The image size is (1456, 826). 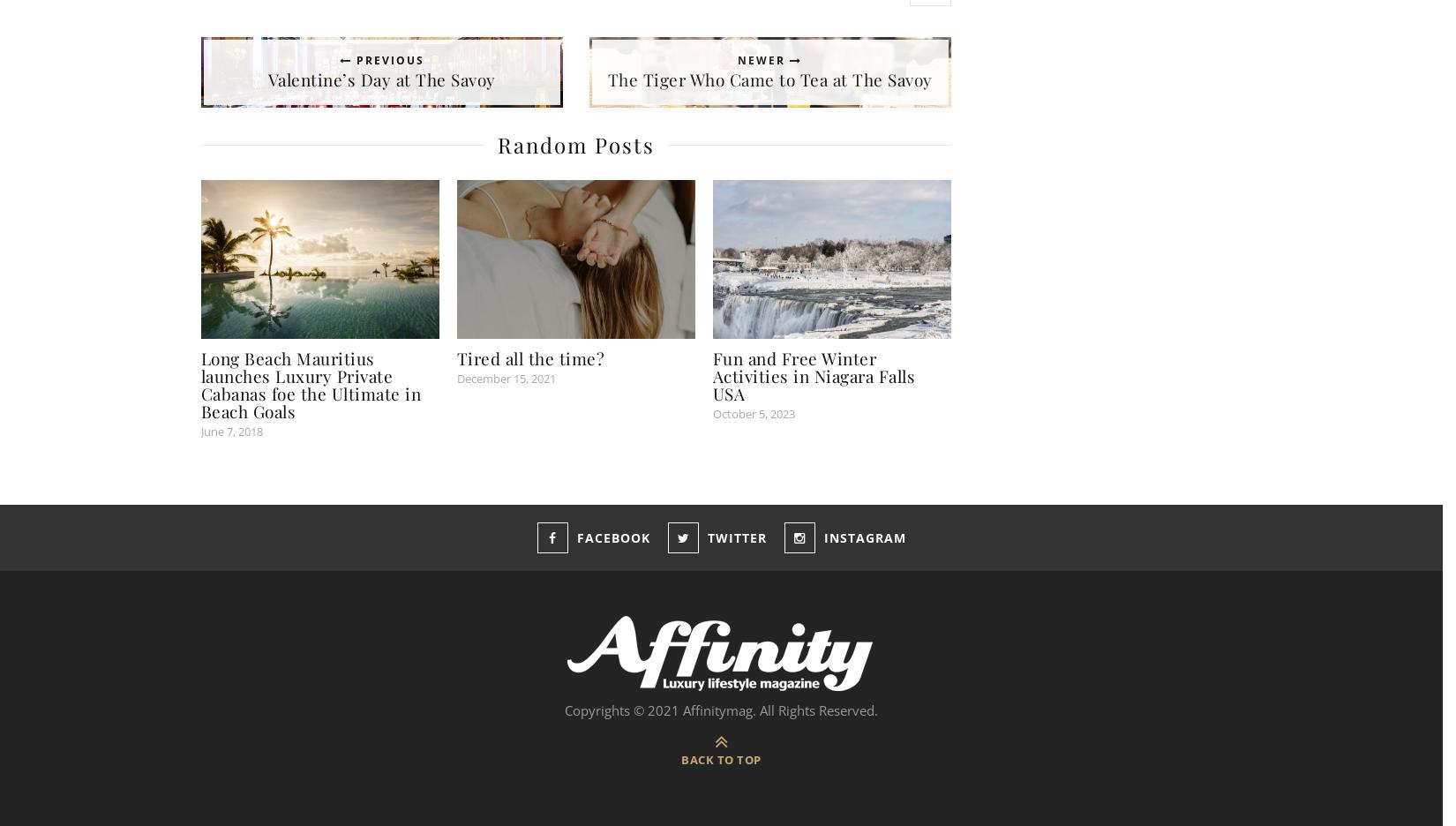 What do you see at coordinates (736, 537) in the screenshot?
I see `'Twitter'` at bounding box center [736, 537].